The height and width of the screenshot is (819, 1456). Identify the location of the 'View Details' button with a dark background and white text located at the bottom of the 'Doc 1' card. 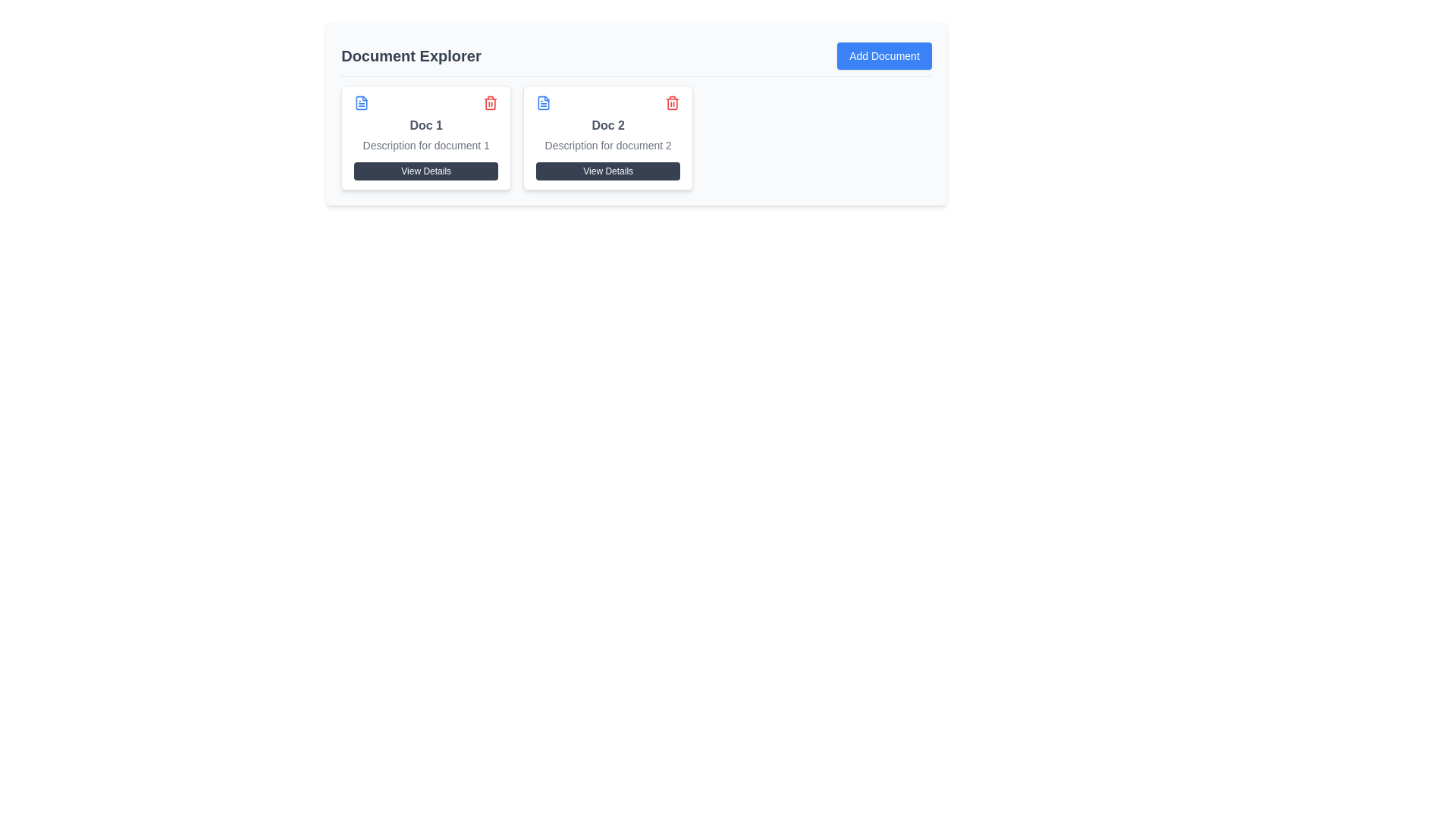
(425, 171).